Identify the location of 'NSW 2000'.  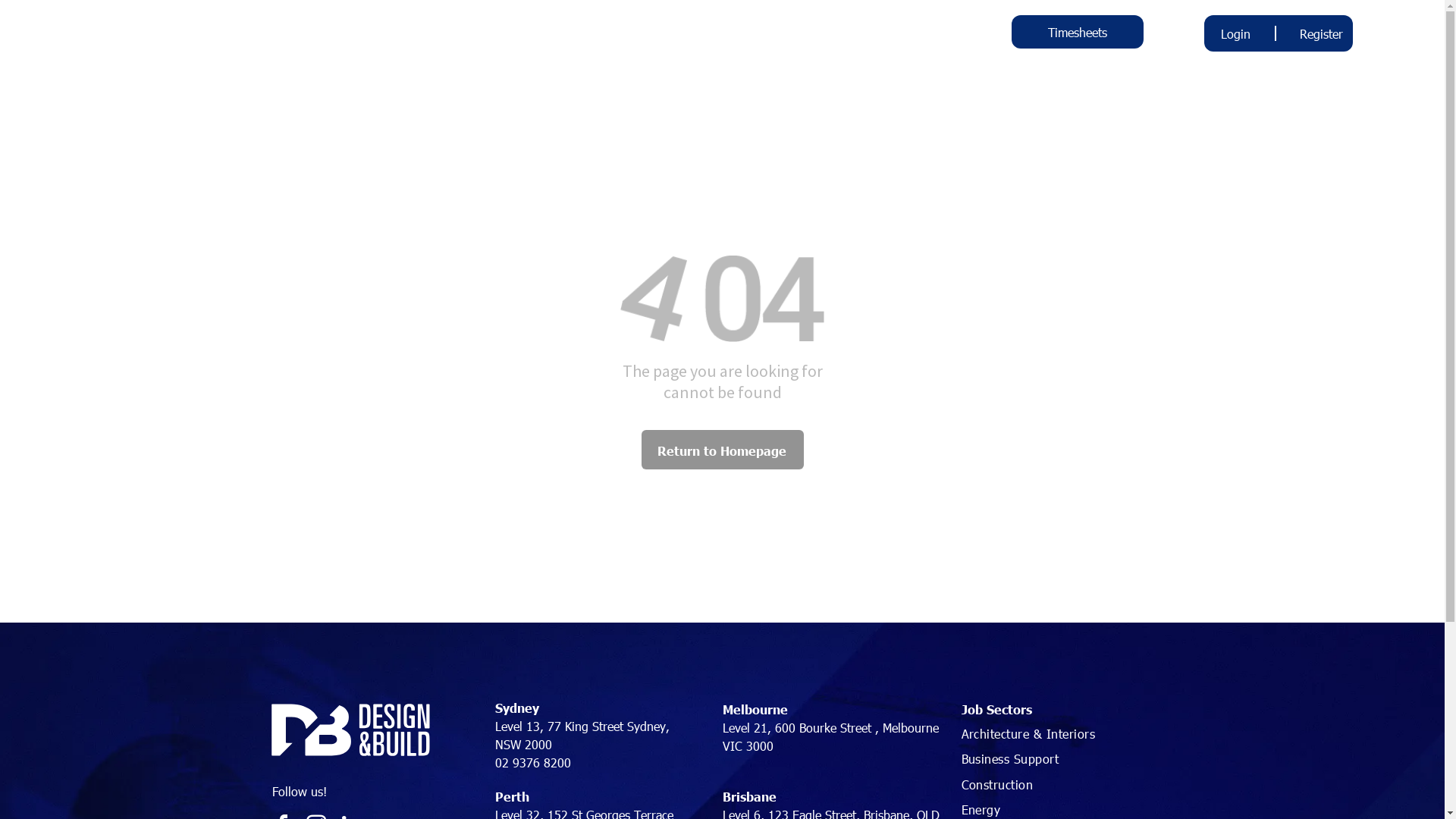
(522, 743).